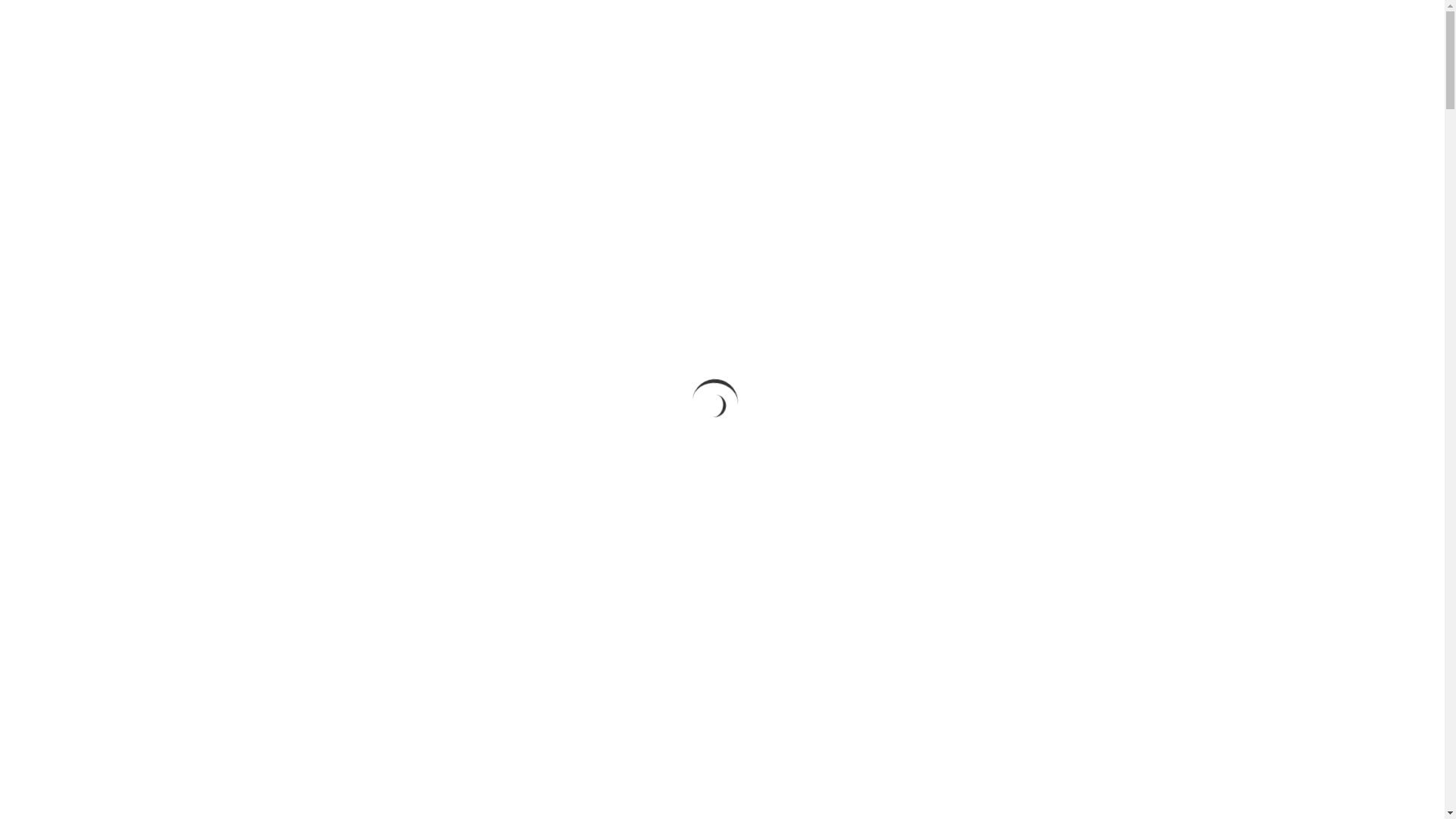 The height and width of the screenshot is (819, 1456). Describe the element at coordinates (1119, 28) in the screenshot. I see `'0432 296 228'` at that location.